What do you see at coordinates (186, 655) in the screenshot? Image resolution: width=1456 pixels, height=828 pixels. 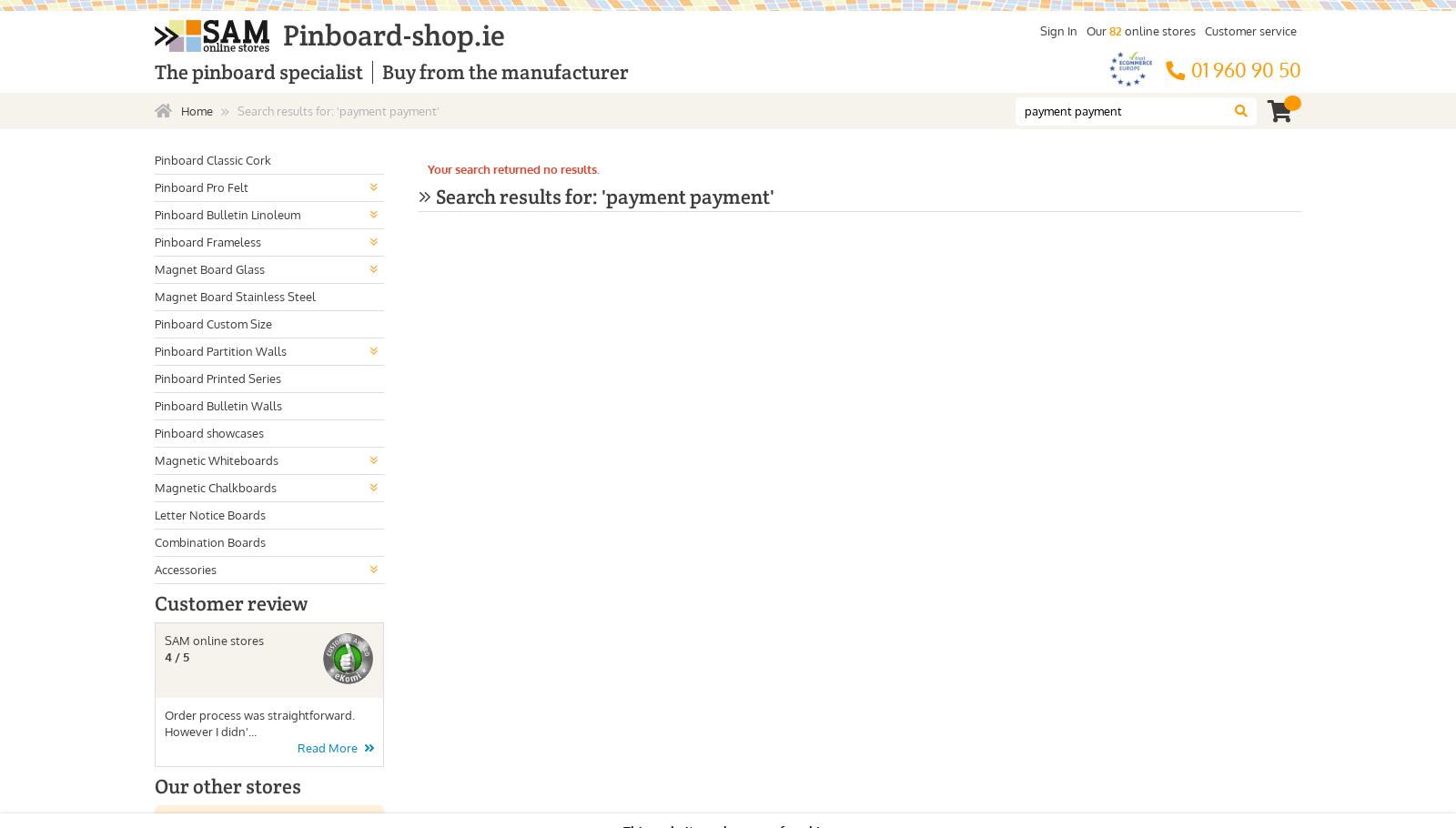 I see `'5'` at bounding box center [186, 655].